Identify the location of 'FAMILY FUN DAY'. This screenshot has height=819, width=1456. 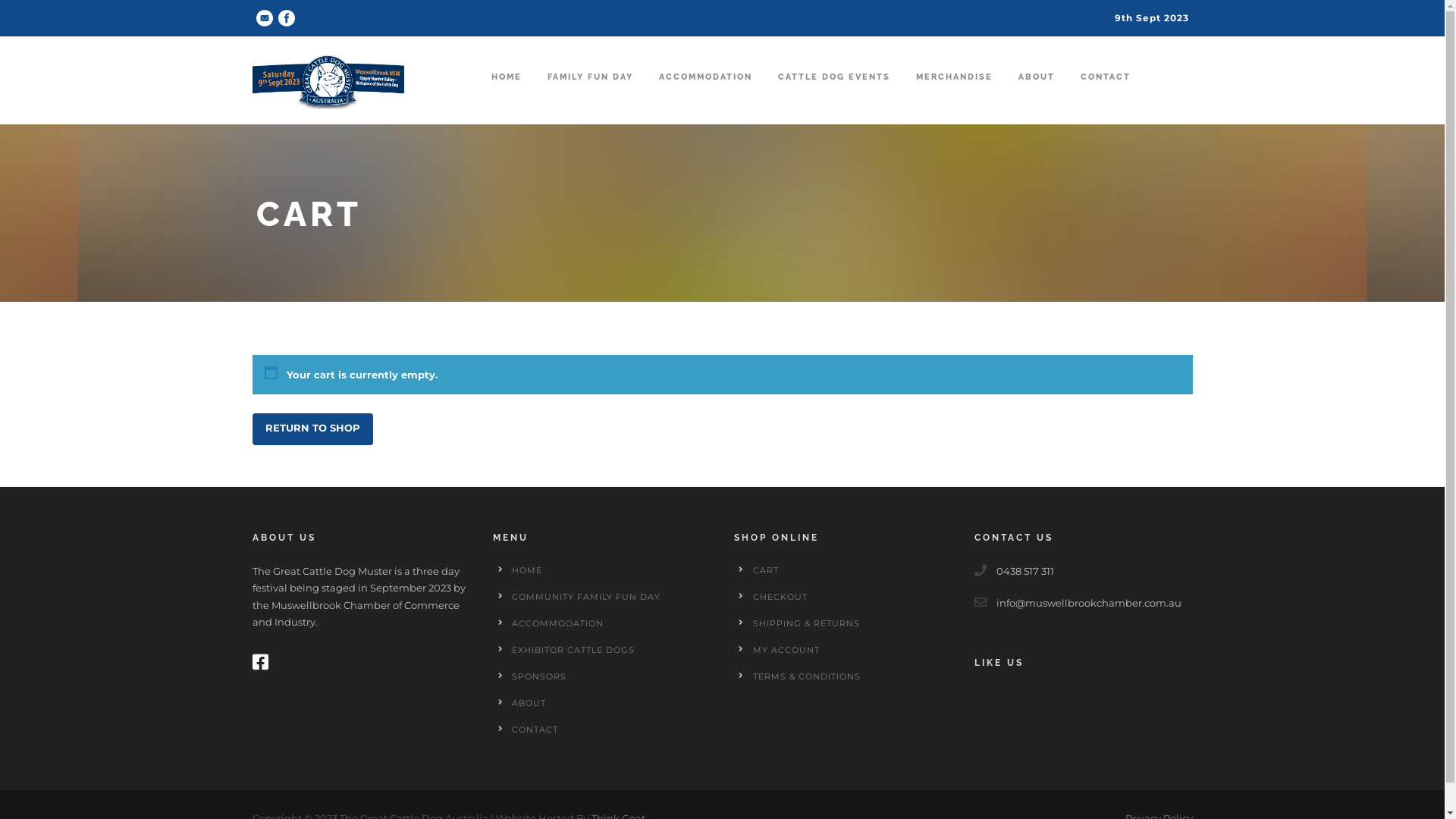
(589, 92).